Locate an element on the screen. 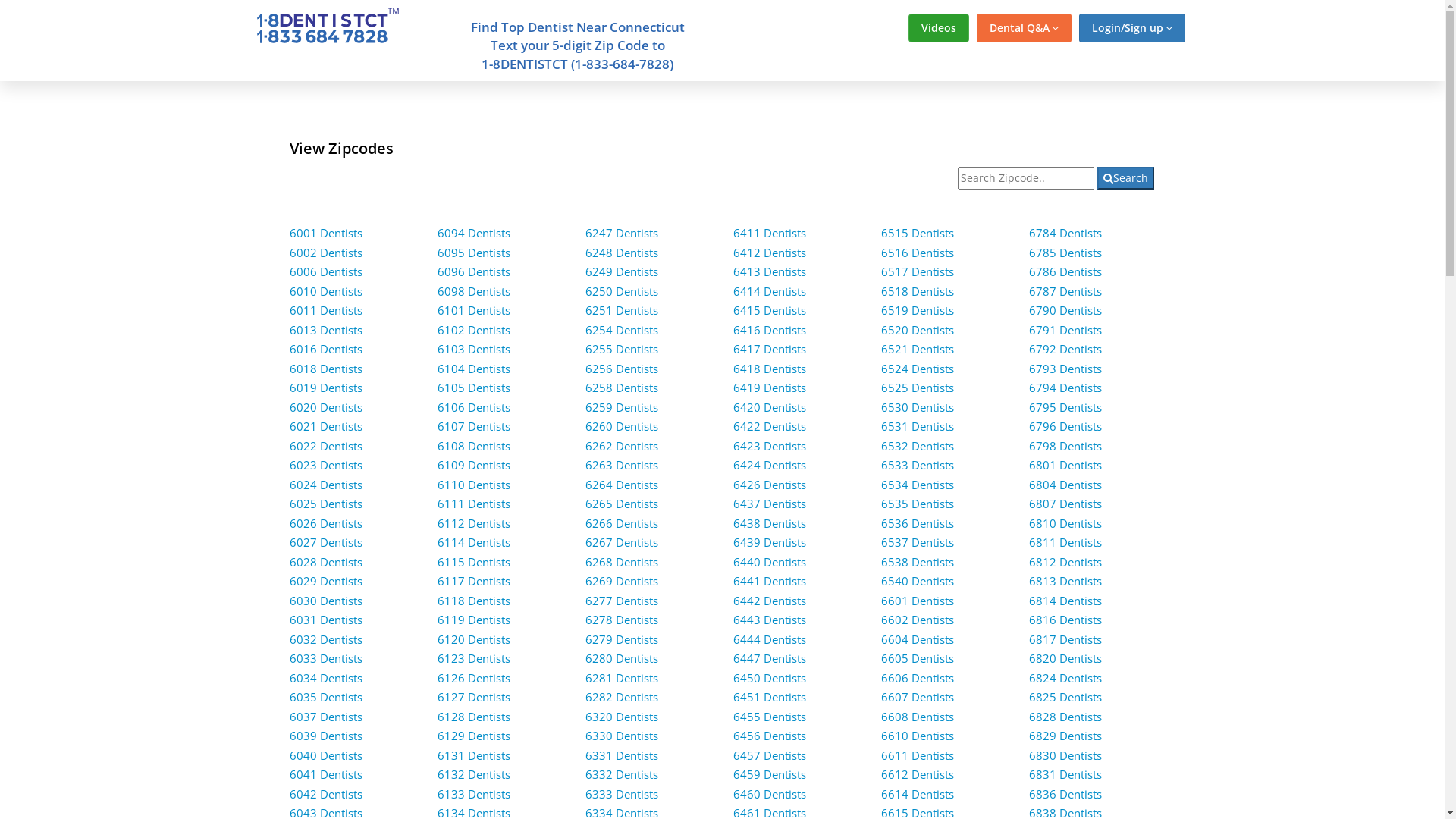 The height and width of the screenshot is (819, 1456). '6791 Dentists' is located at coordinates (1065, 329).